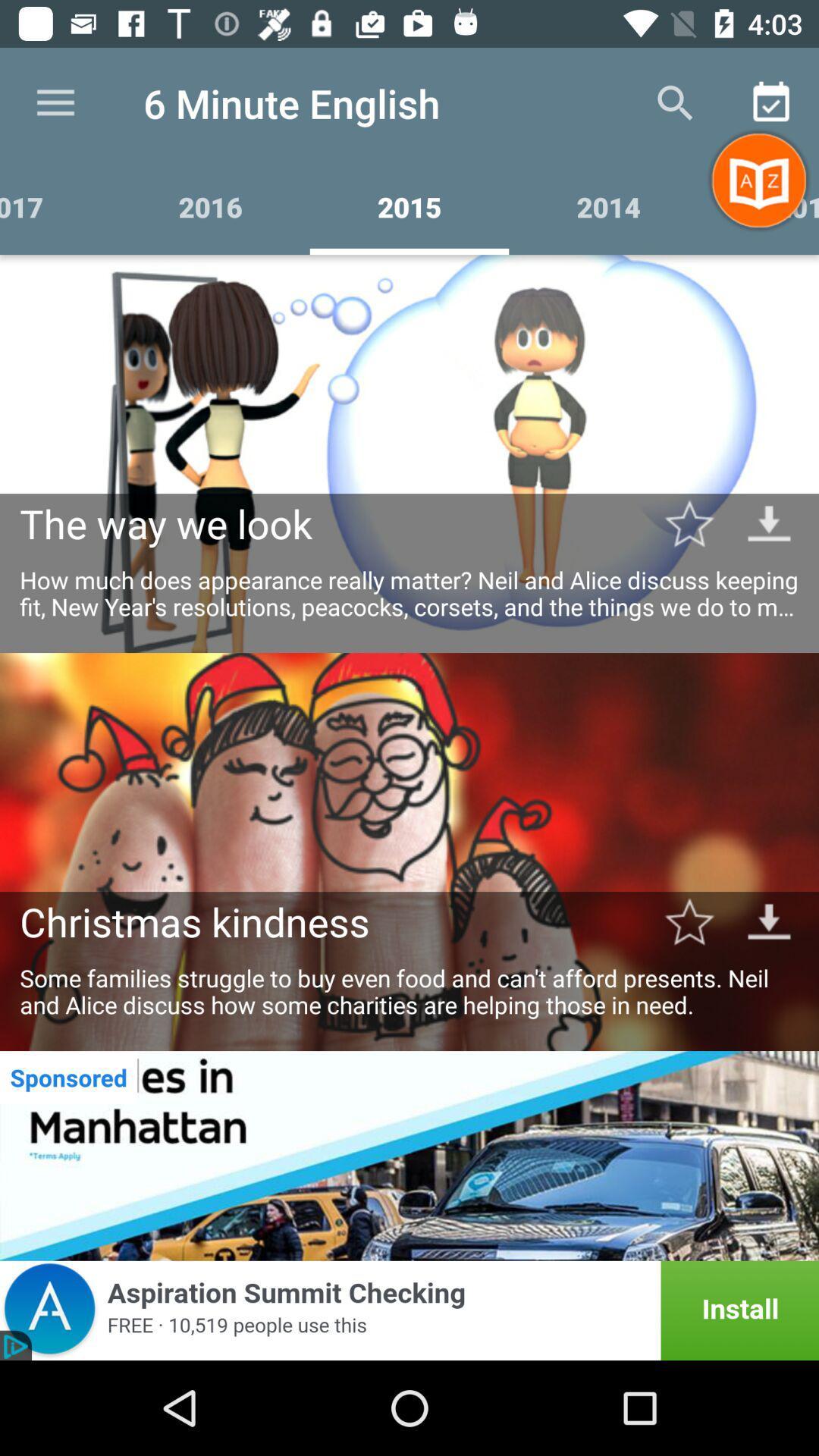 This screenshot has width=819, height=1456. Describe the element at coordinates (409, 1310) in the screenshot. I see `open advertisement` at that location.